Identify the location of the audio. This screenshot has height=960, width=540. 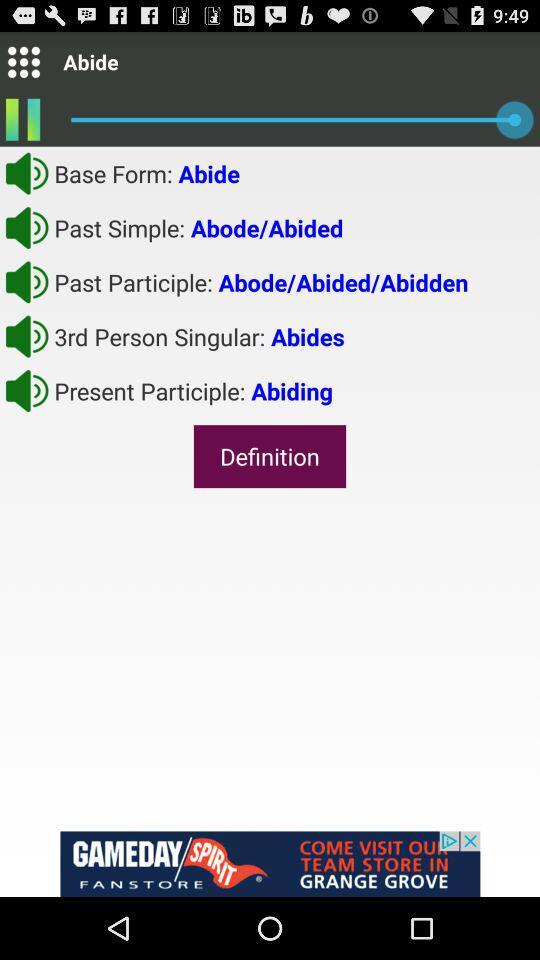
(26, 227).